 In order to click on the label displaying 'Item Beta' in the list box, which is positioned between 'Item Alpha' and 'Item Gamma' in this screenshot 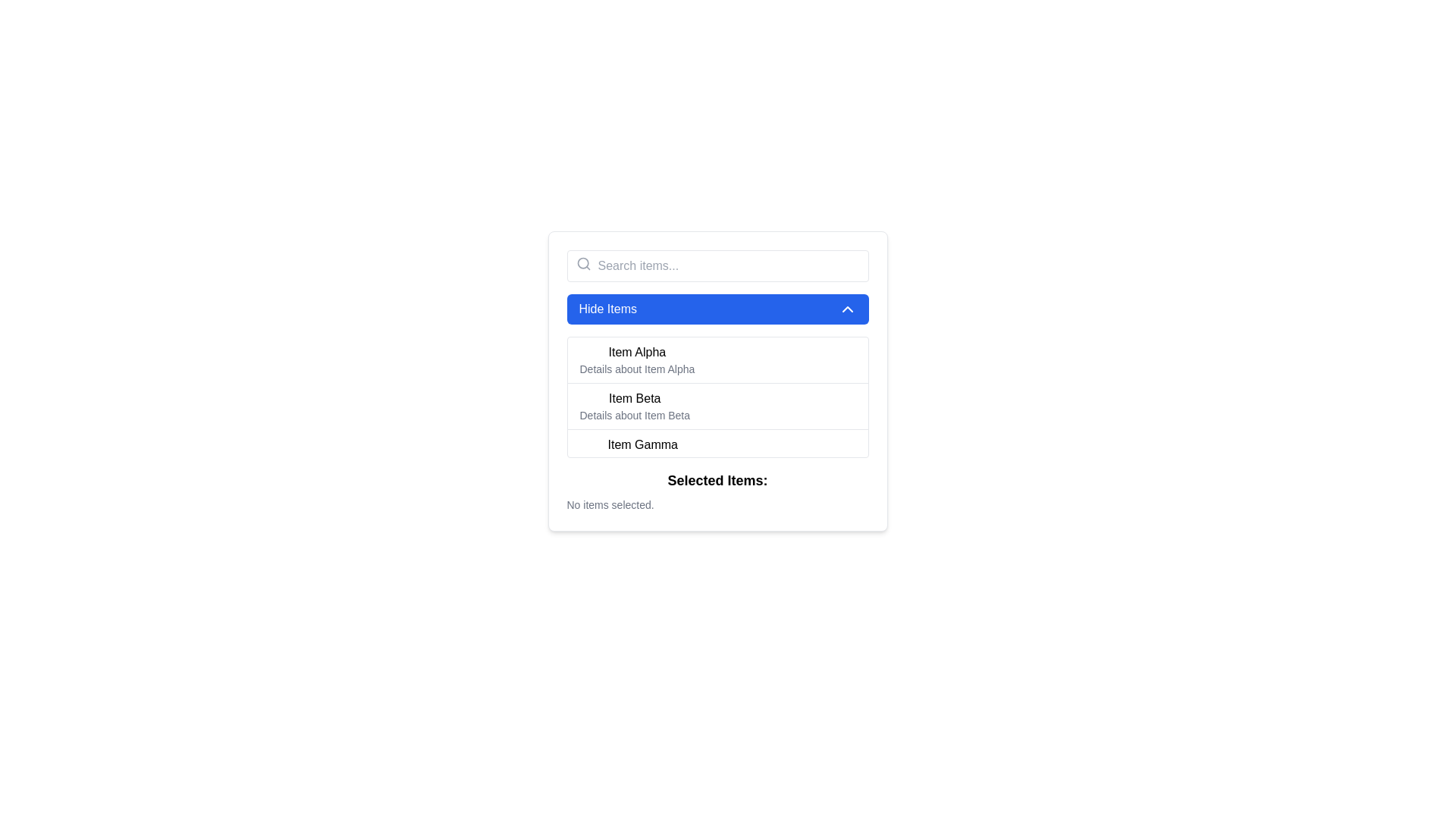, I will do `click(635, 397)`.